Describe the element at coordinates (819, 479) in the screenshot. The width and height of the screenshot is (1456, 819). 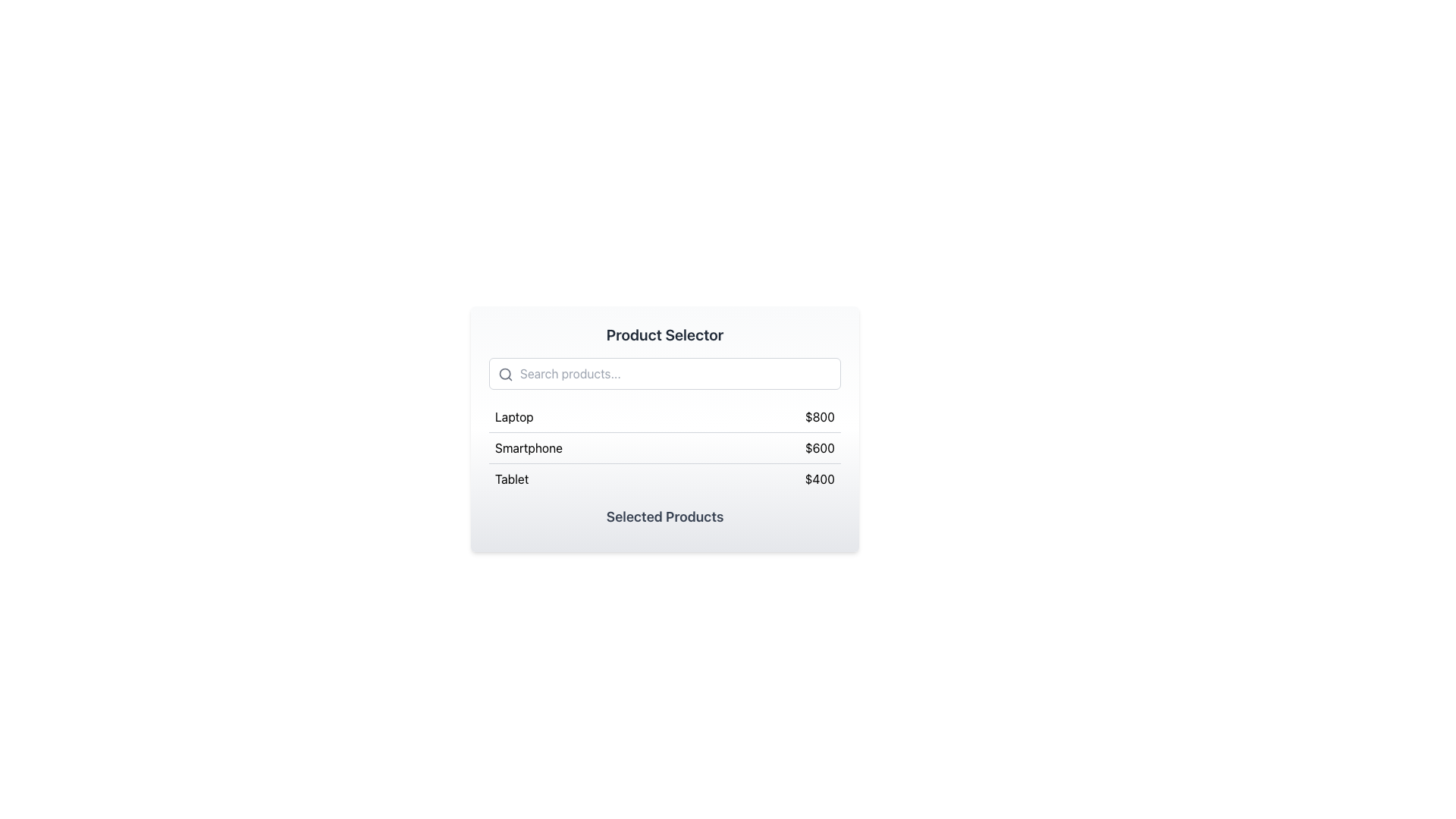
I see `the text label displaying '$400', which is positioned at the far-right side of the row labeled 'Tablet' in the product selection form` at that location.